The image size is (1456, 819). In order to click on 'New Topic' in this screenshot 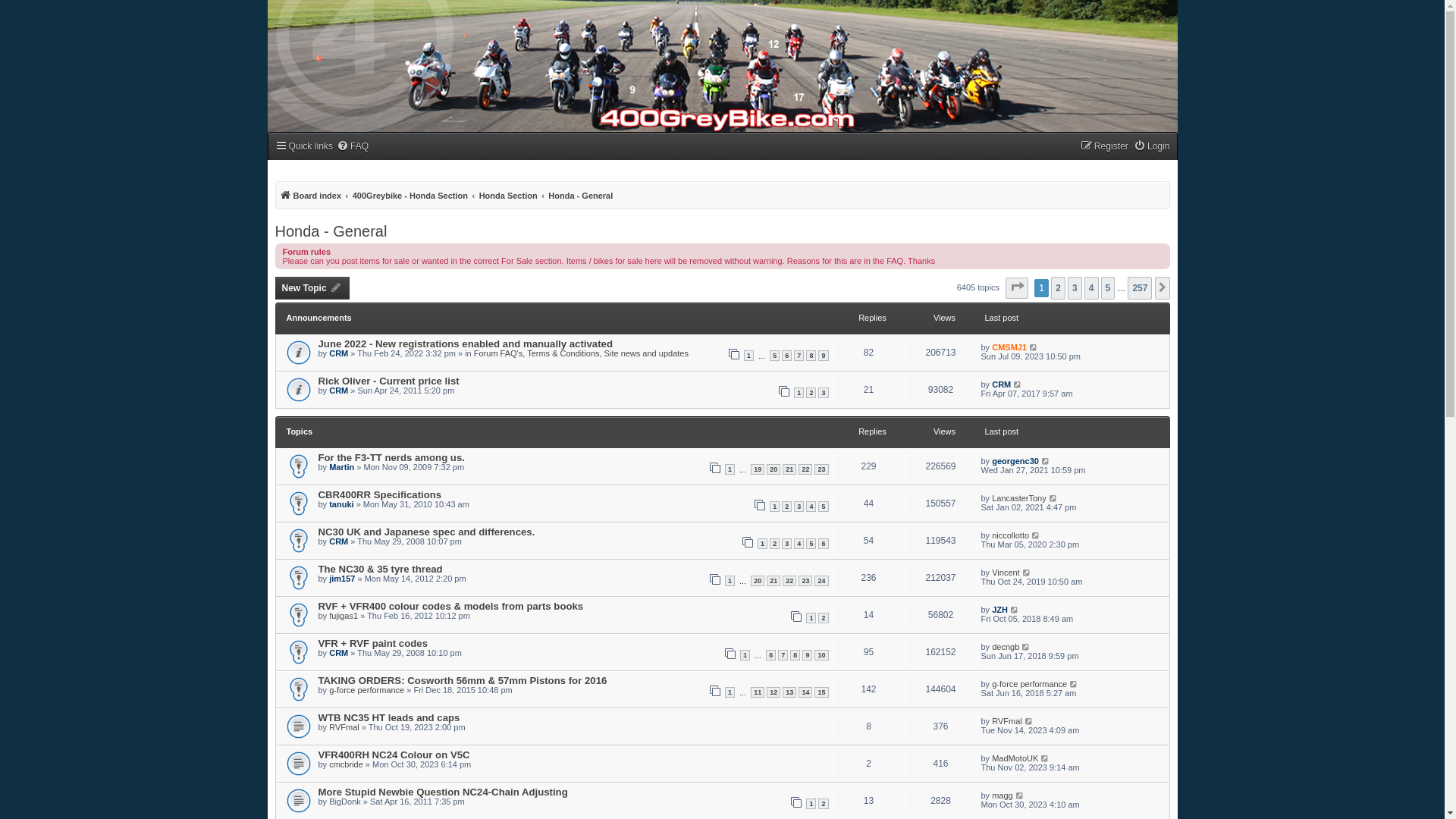, I will do `click(311, 288)`.